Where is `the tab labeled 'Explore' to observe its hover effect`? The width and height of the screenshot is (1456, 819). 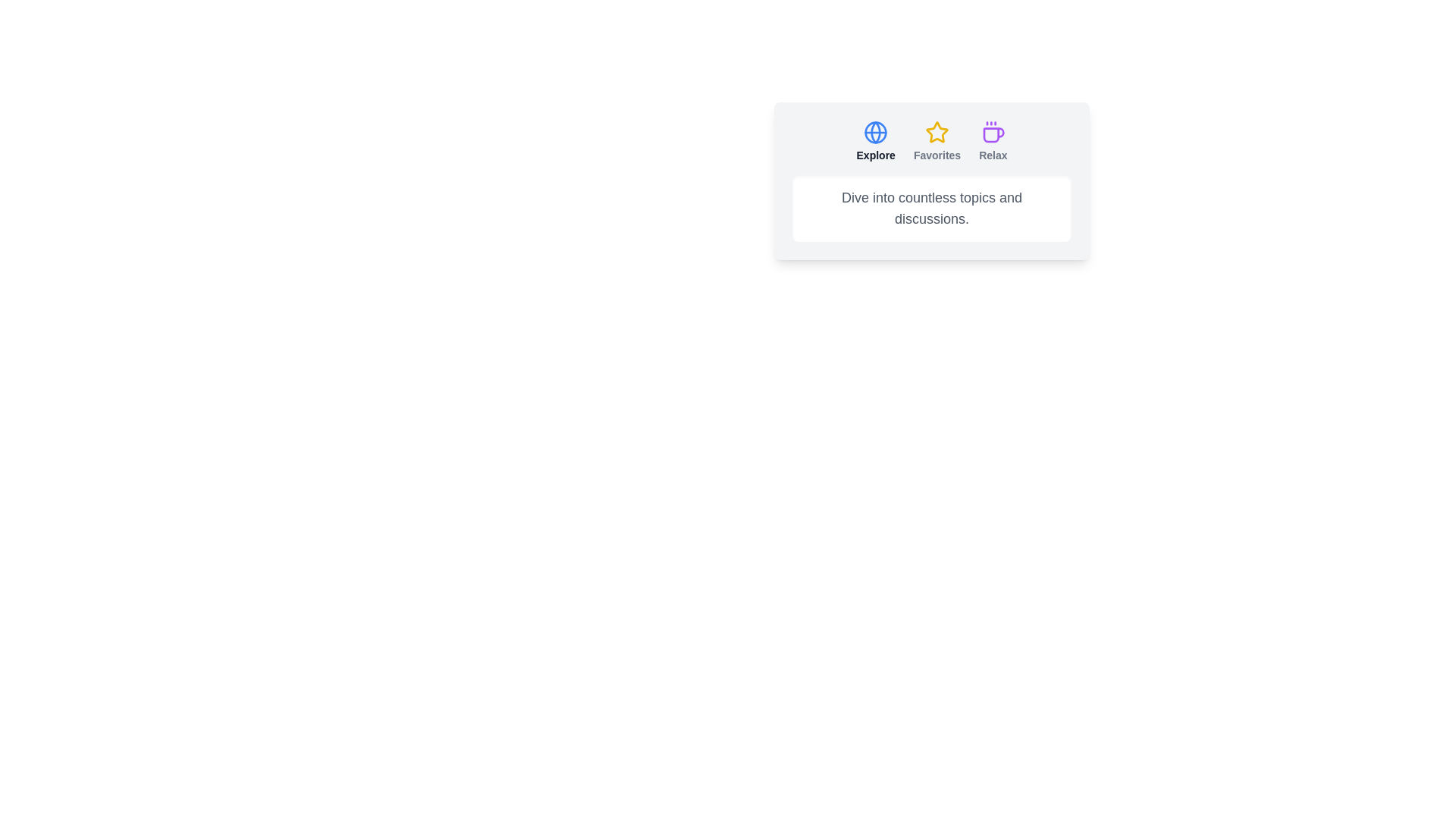
the tab labeled 'Explore' to observe its hover effect is located at coordinates (876, 141).